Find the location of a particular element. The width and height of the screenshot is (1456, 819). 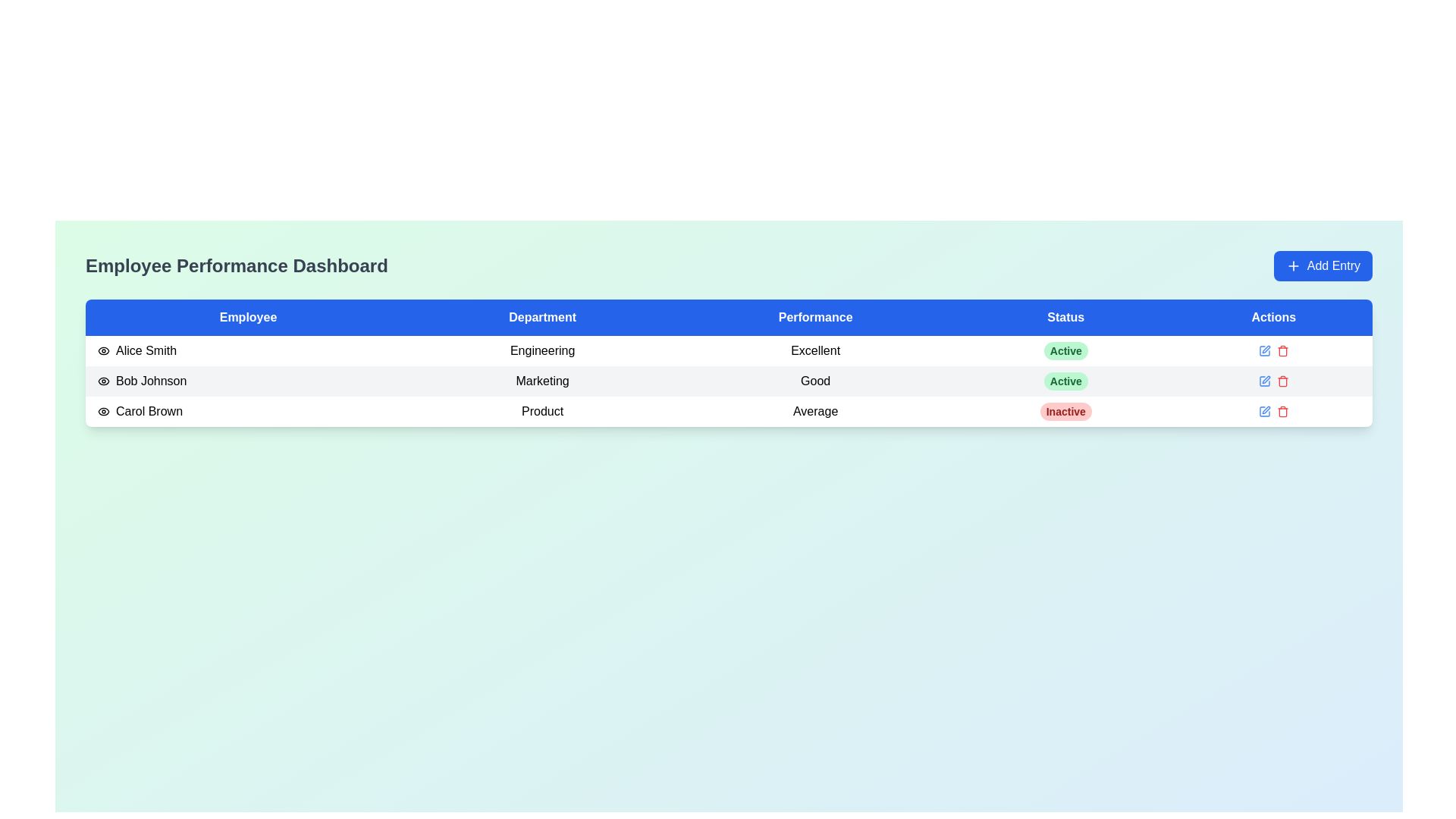

the visual indicator icon located at the far left of the 'Carol Brown' row in the 'Employee' column is located at coordinates (103, 412).